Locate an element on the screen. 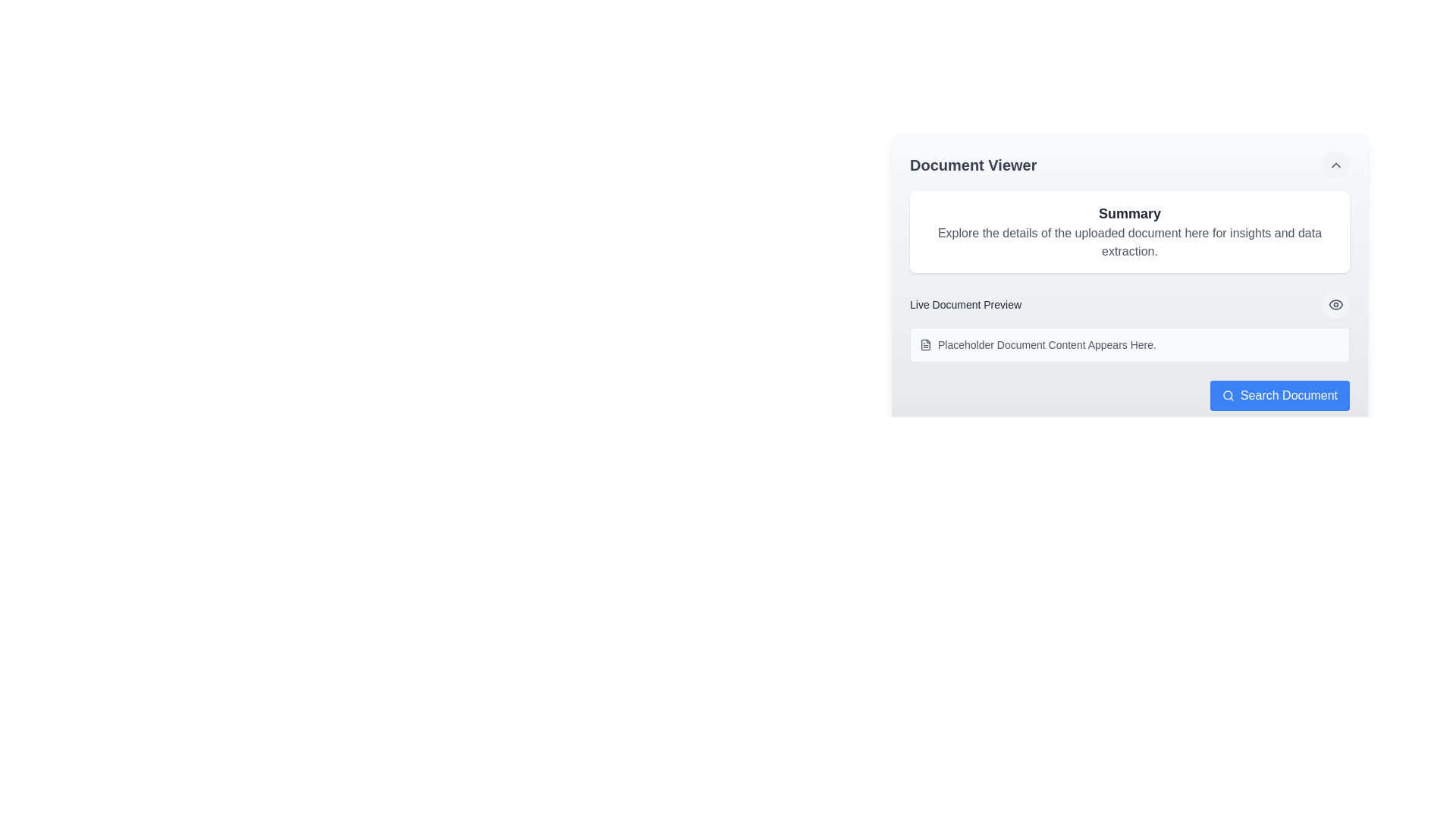 The image size is (1456, 819). the rectangular button with a bright blue background and white text reading 'Search Document' is located at coordinates (1279, 394).